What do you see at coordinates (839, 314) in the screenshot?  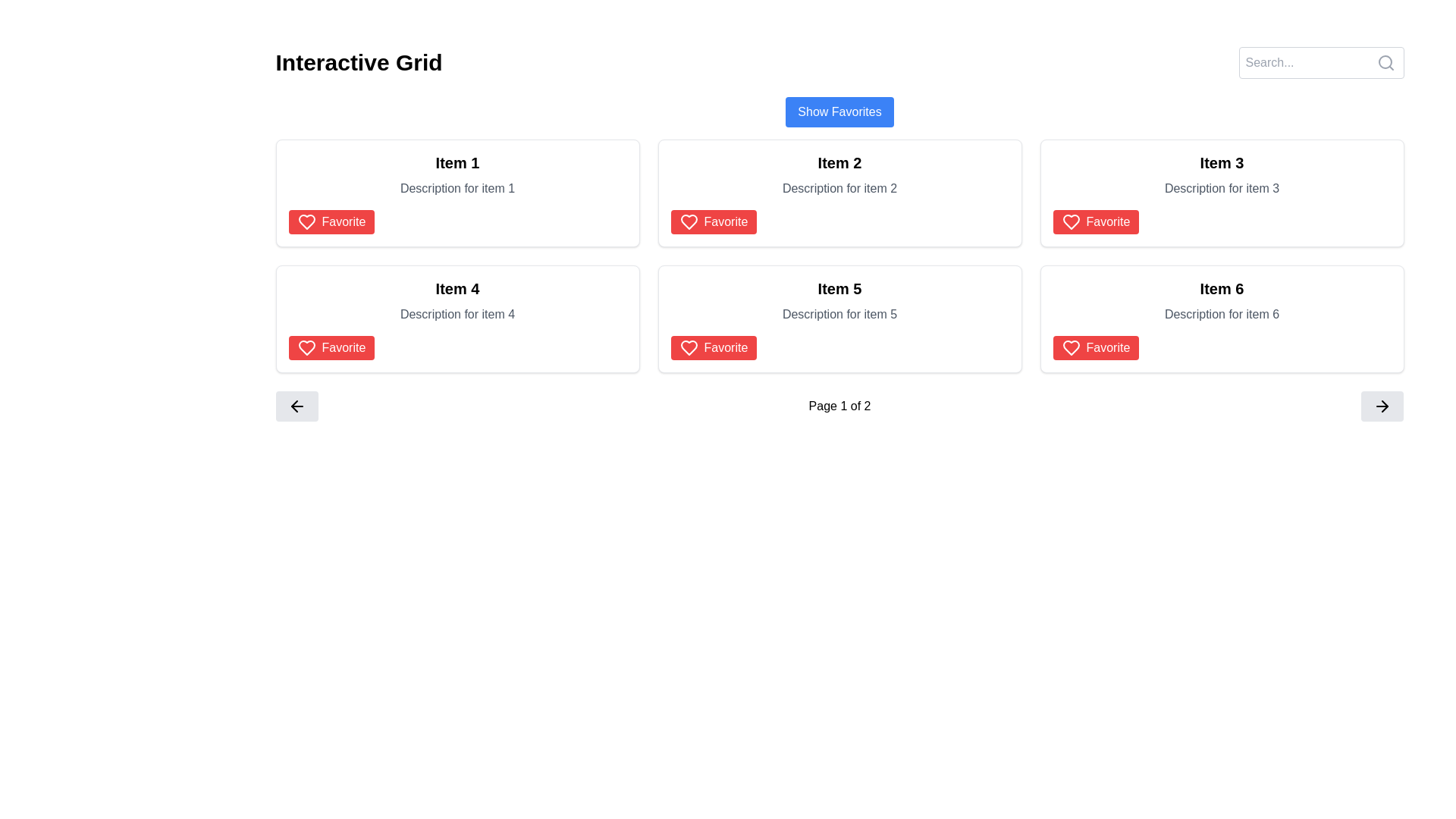 I see `the text label that reads 'Description for item 5', which is styled in gray and located below the title 'Item 5' and above the red 'Favorite' button within the card for 'Item 5'` at bounding box center [839, 314].